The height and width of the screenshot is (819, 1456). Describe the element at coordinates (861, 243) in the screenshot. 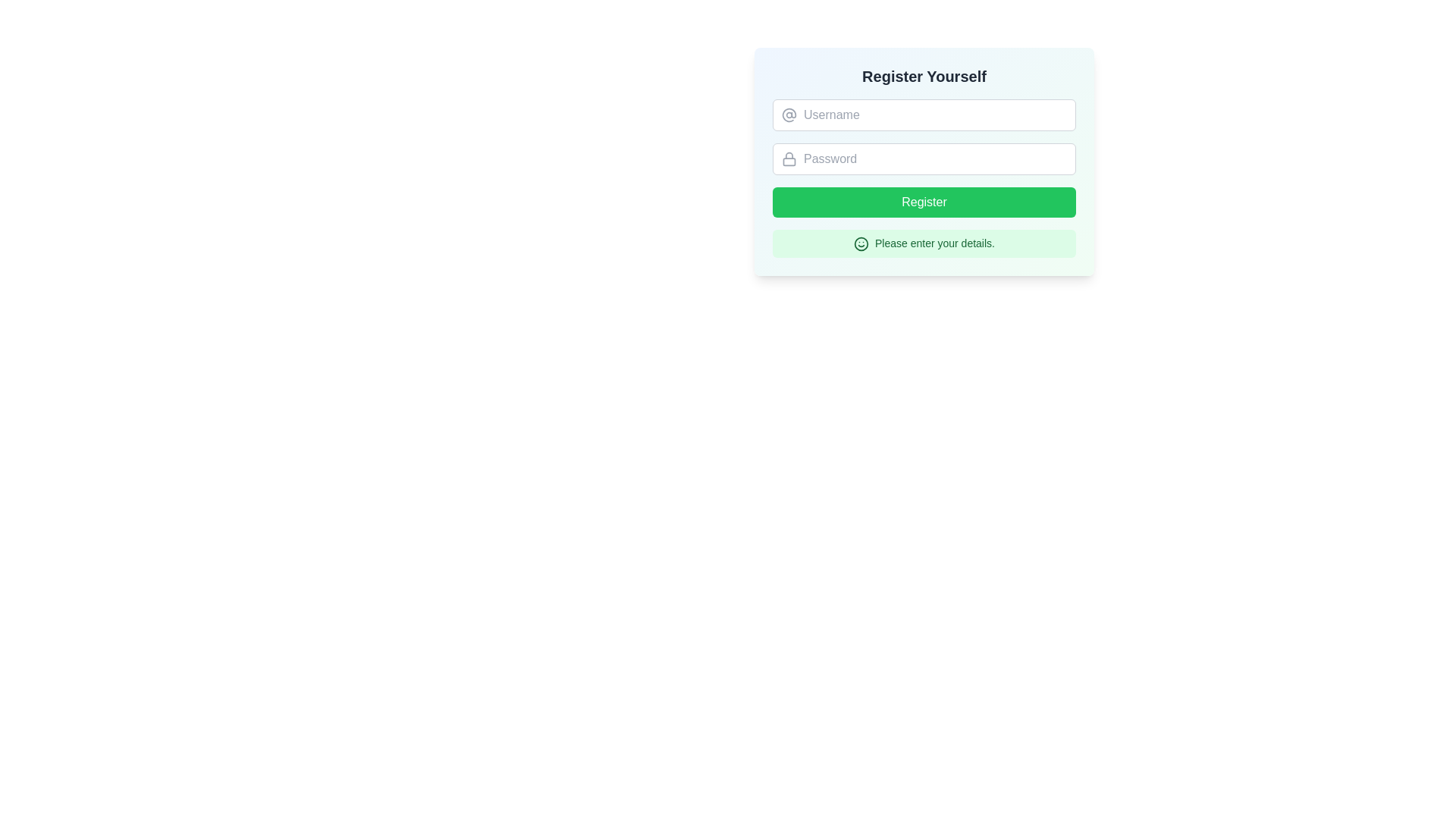

I see `the smiley icon graphic, which is styled in a circular shape with two small dots for eyes and a curved line for a smile, located next to the text 'Please enter your details.' in a light green notification area` at that location.